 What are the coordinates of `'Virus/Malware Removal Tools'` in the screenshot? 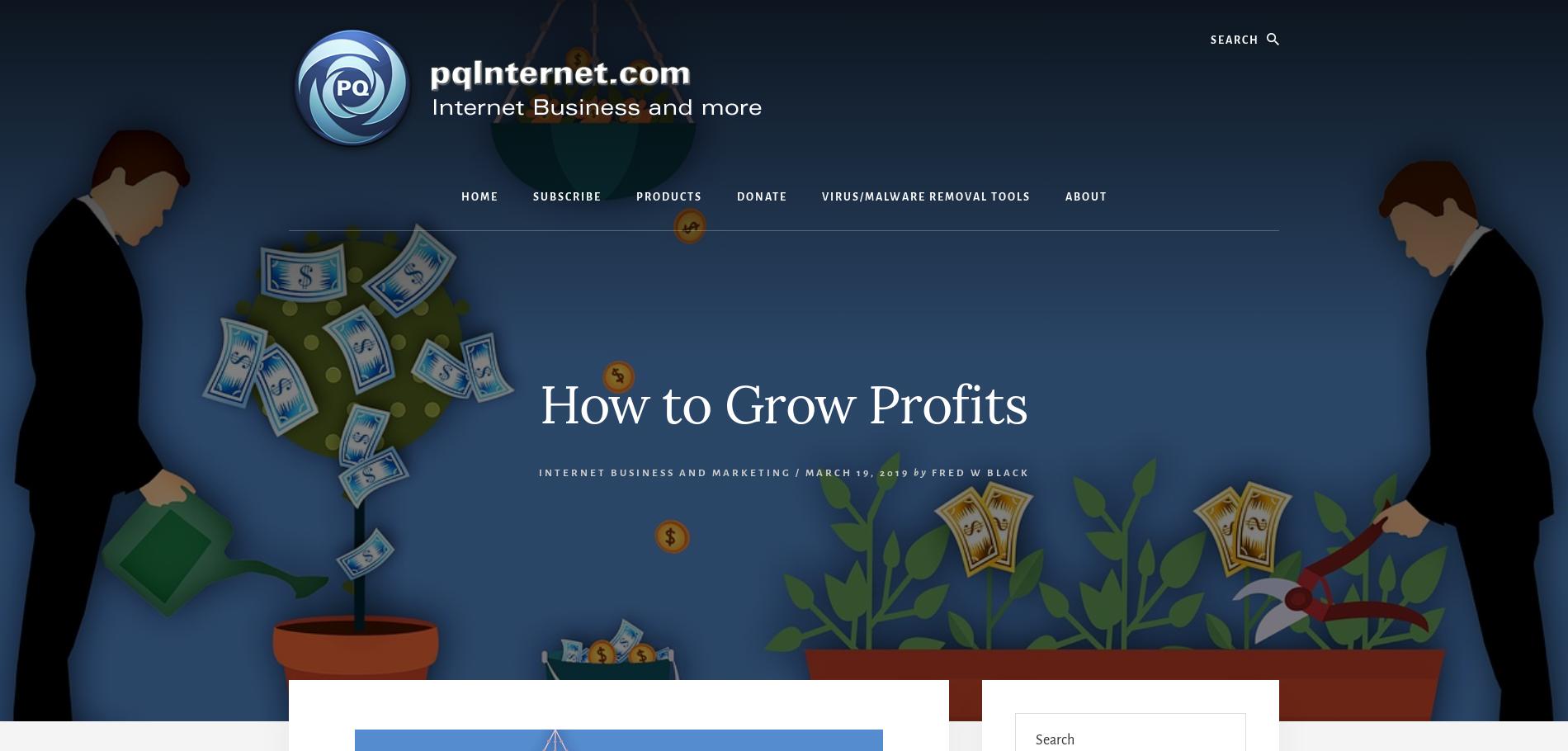 It's located at (821, 196).